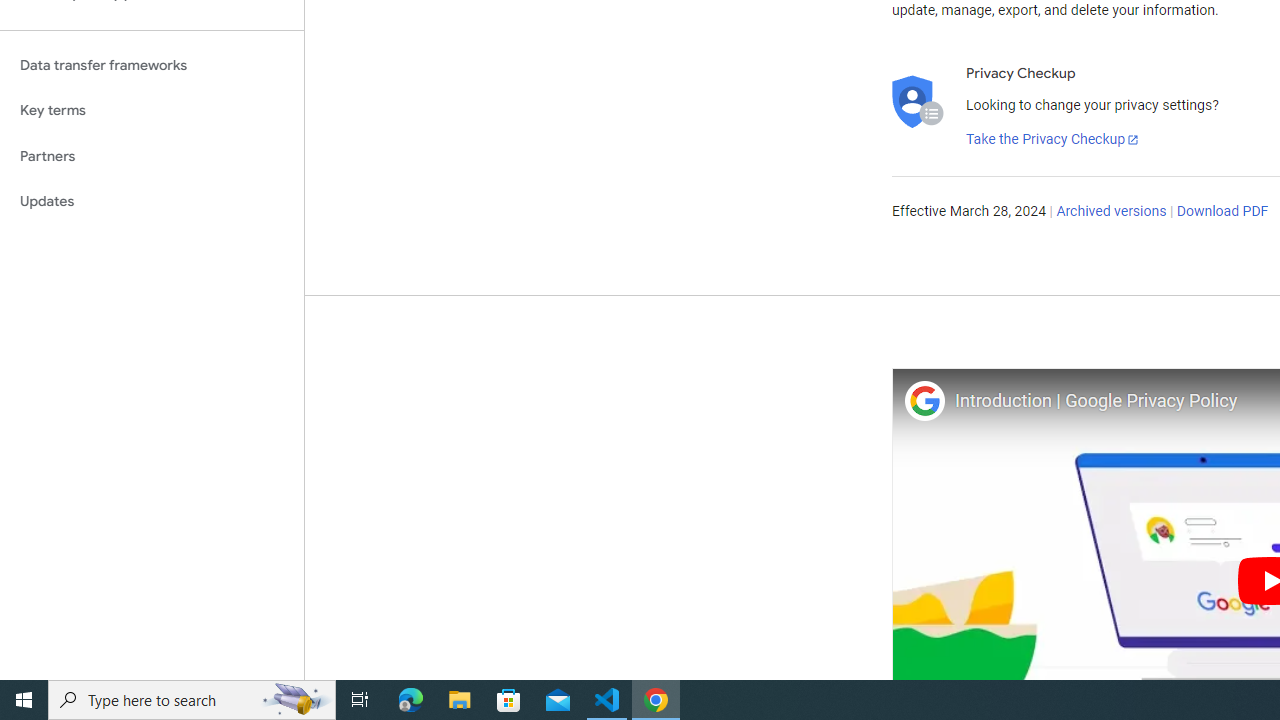 The image size is (1280, 720). I want to click on 'Data transfer frameworks', so click(151, 64).